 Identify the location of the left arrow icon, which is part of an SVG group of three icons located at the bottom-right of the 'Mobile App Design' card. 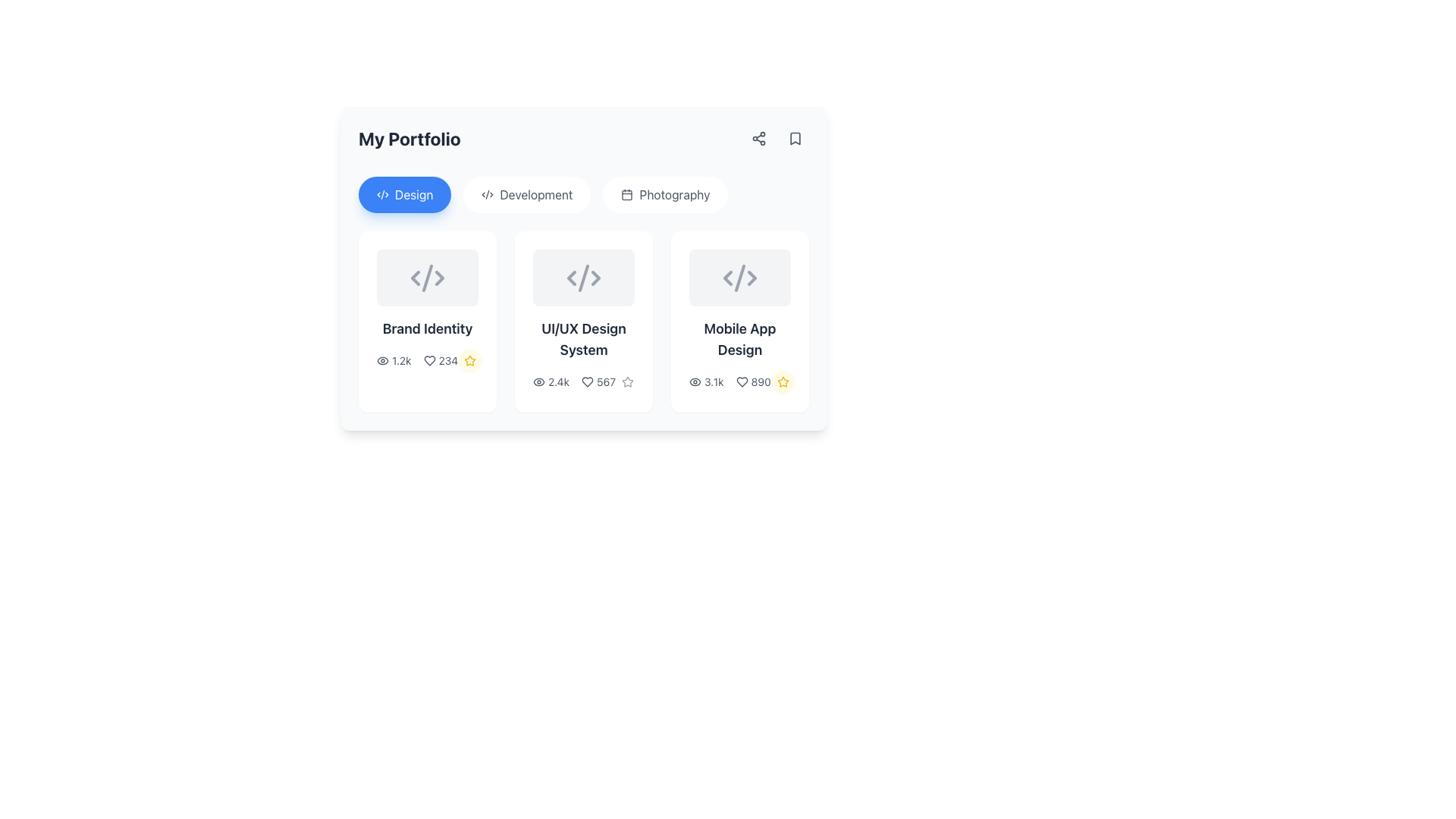
(728, 278).